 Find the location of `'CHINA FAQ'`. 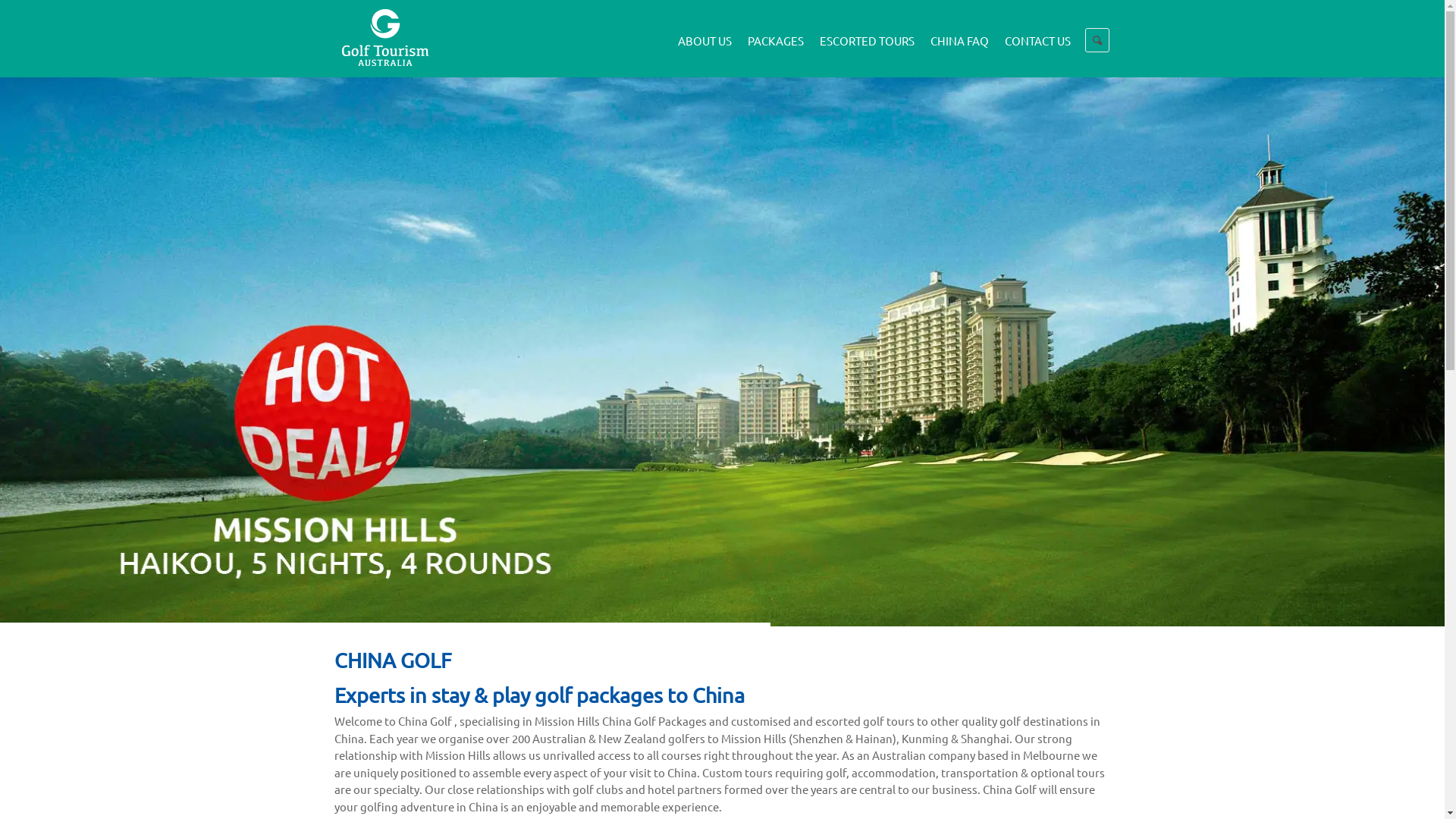

'CHINA FAQ' is located at coordinates (959, 33).